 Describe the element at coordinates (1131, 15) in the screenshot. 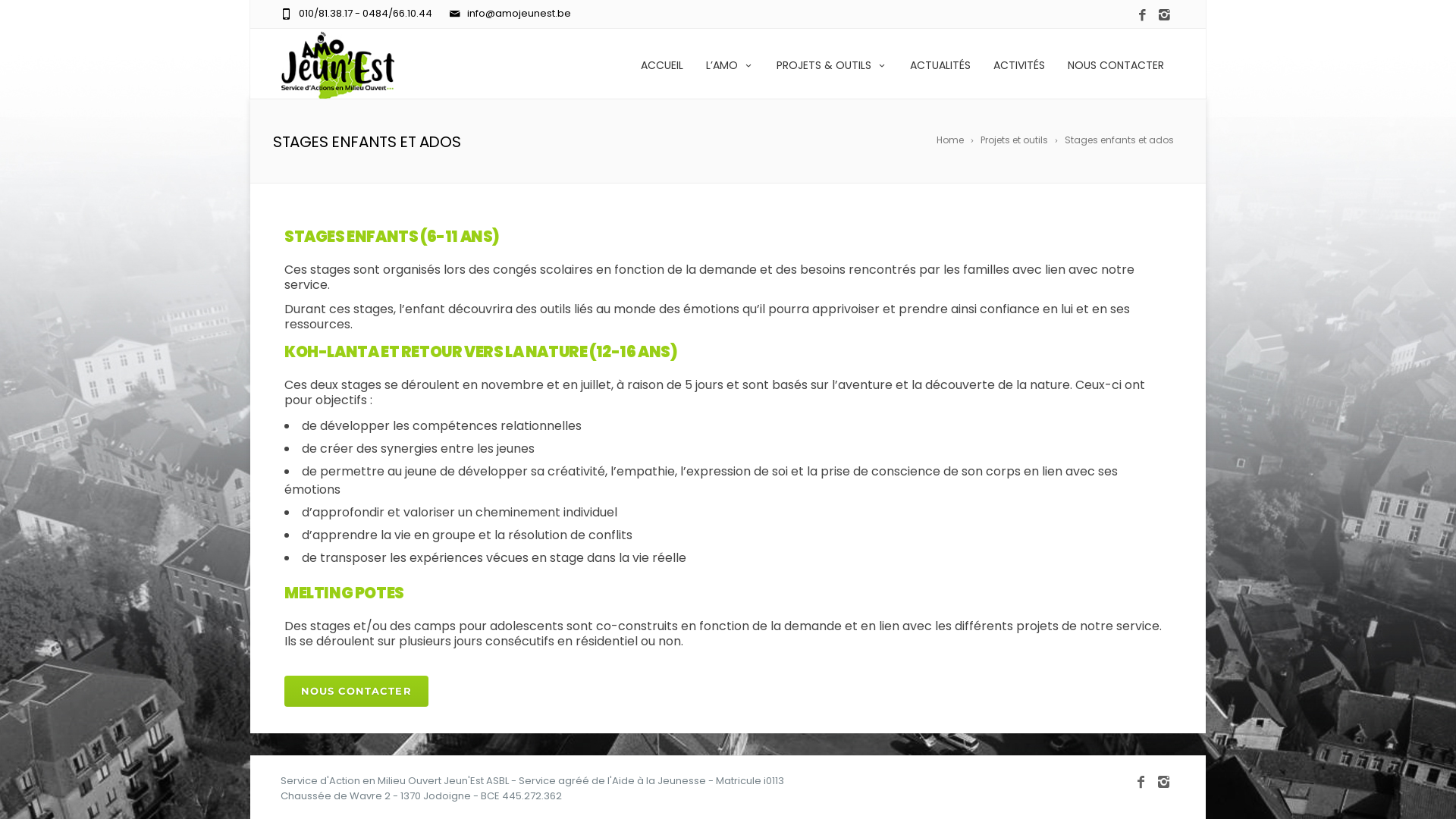

I see `'Facebook'` at that location.